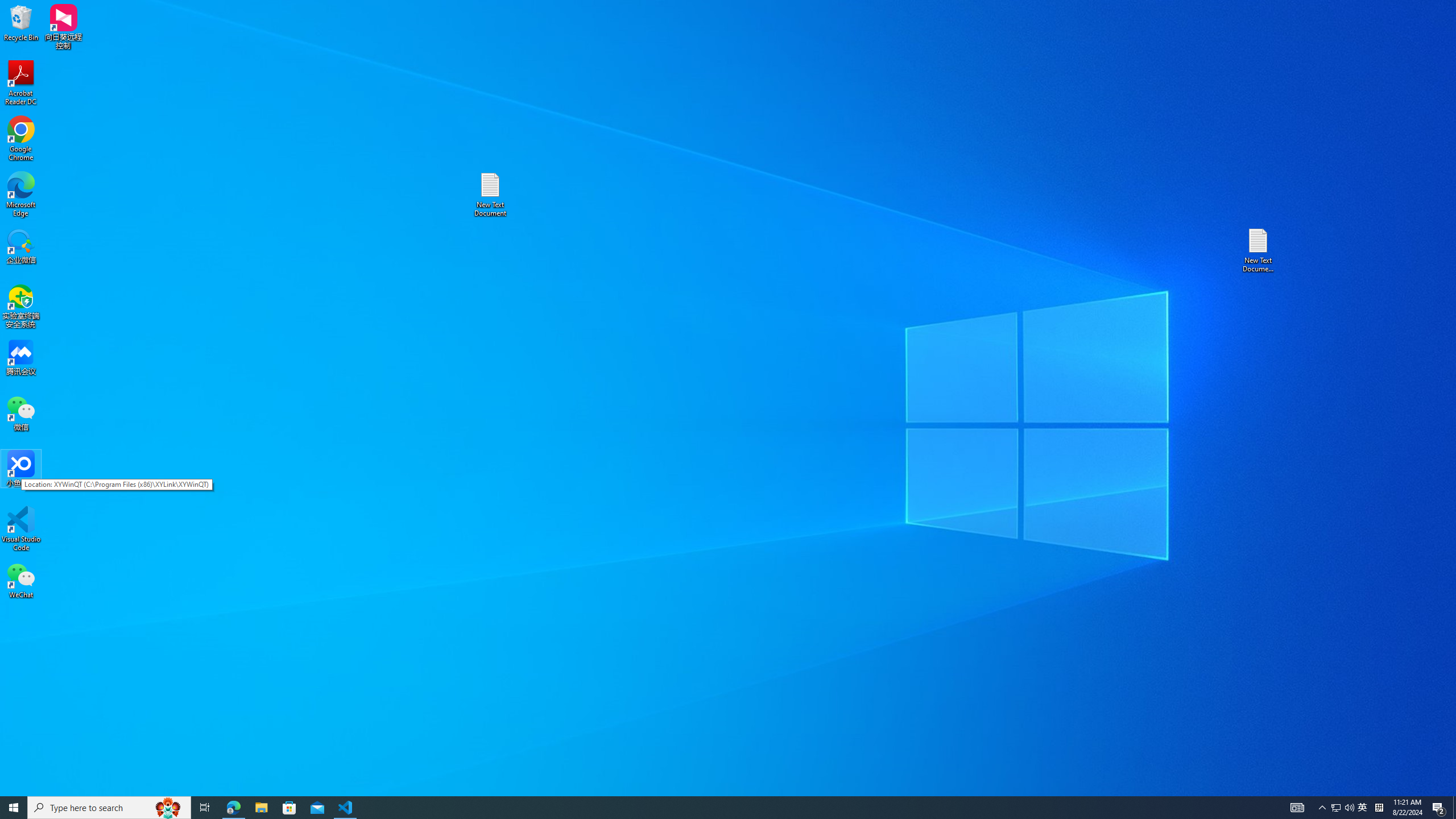  What do you see at coordinates (289, 806) in the screenshot?
I see `'Microsoft Store'` at bounding box center [289, 806].